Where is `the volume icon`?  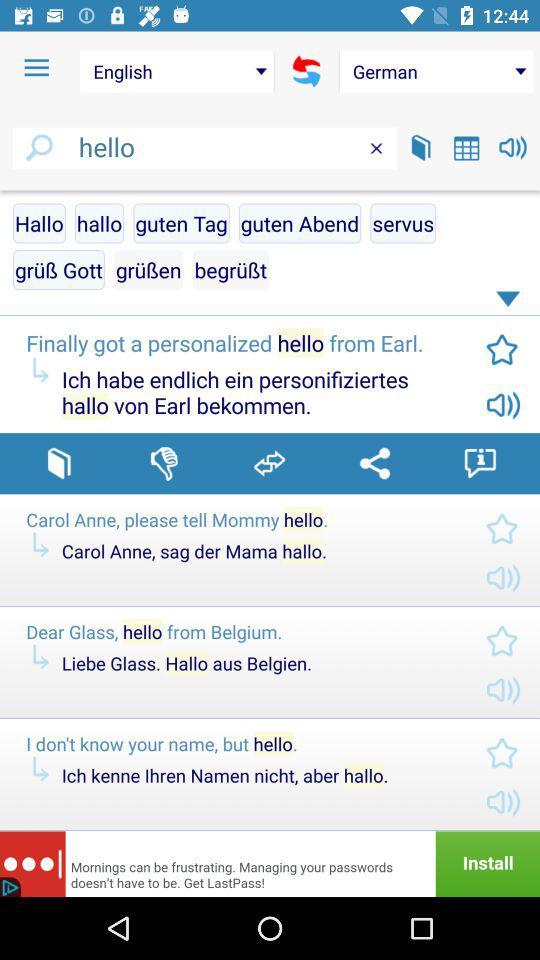
the volume icon is located at coordinates (513, 146).